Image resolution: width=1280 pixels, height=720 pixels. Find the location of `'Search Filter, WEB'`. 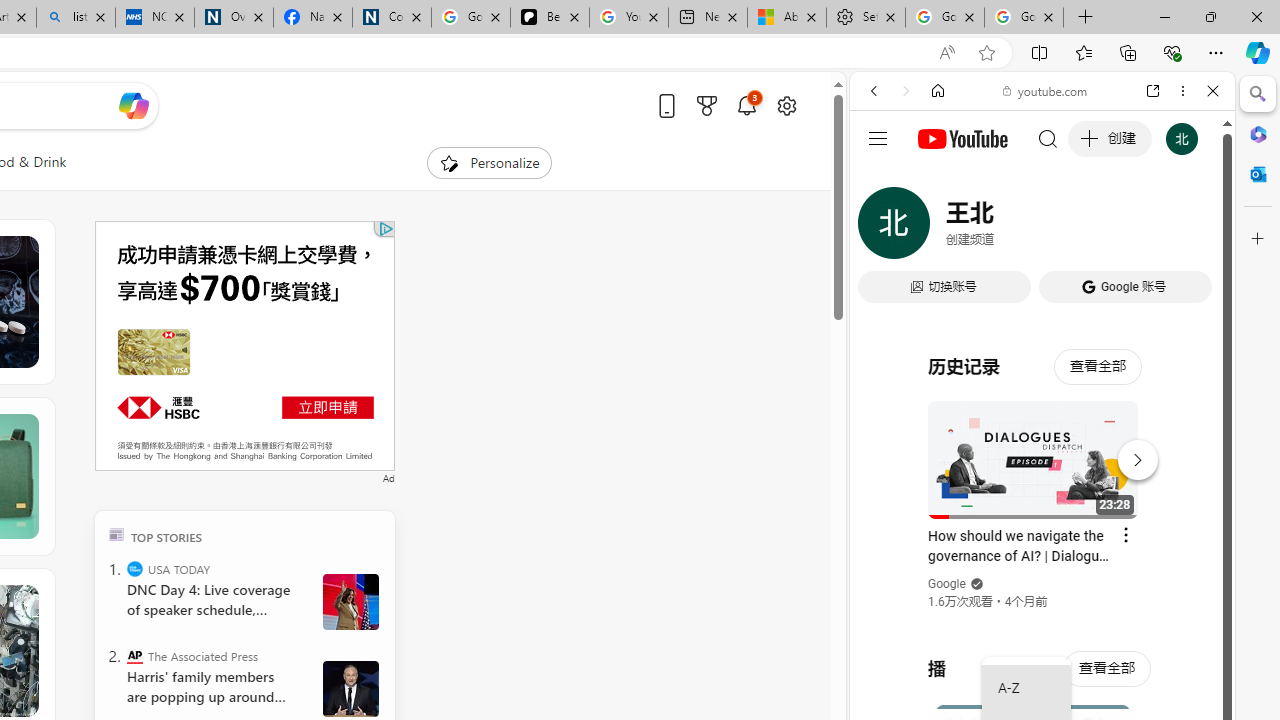

'Search Filter, WEB' is located at coordinates (881, 227).